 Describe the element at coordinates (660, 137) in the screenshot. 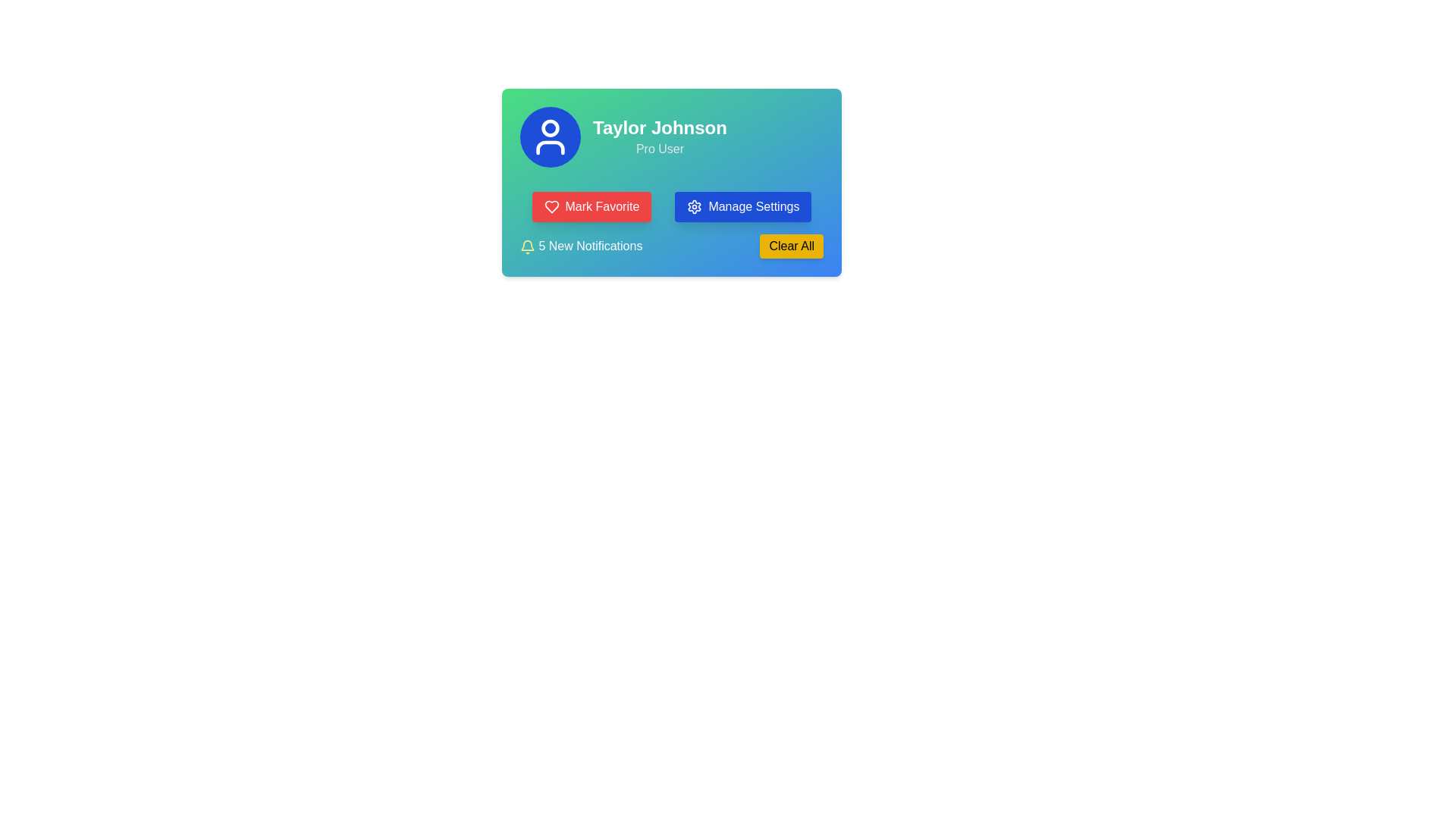

I see `the text display showing 'Taylor Johnson' and 'Pro User' located at the top-right of the interface, adjacent to a profile icon` at that location.